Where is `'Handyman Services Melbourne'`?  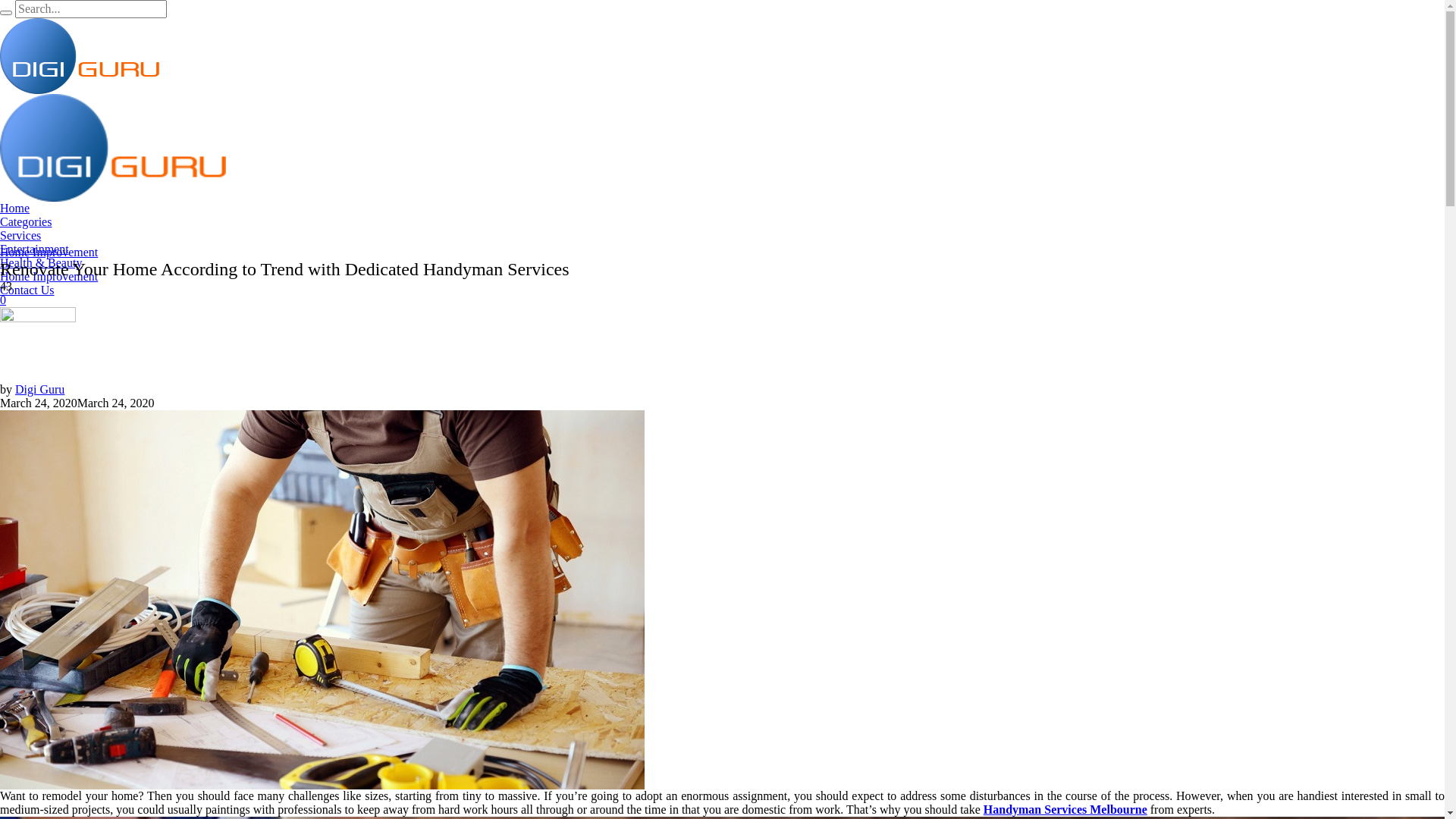 'Handyman Services Melbourne' is located at coordinates (1065, 808).